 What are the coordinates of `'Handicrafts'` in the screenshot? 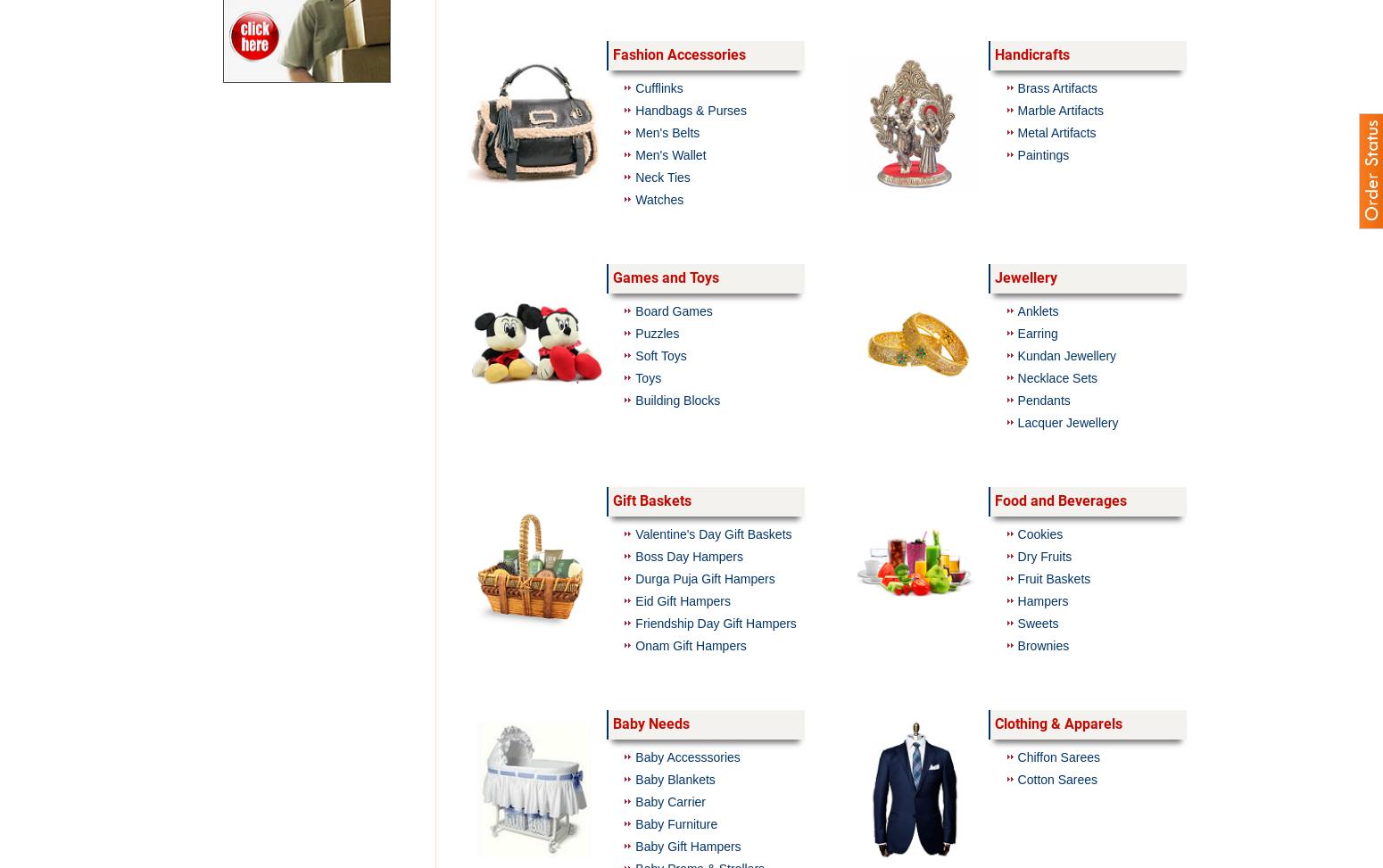 It's located at (1030, 54).